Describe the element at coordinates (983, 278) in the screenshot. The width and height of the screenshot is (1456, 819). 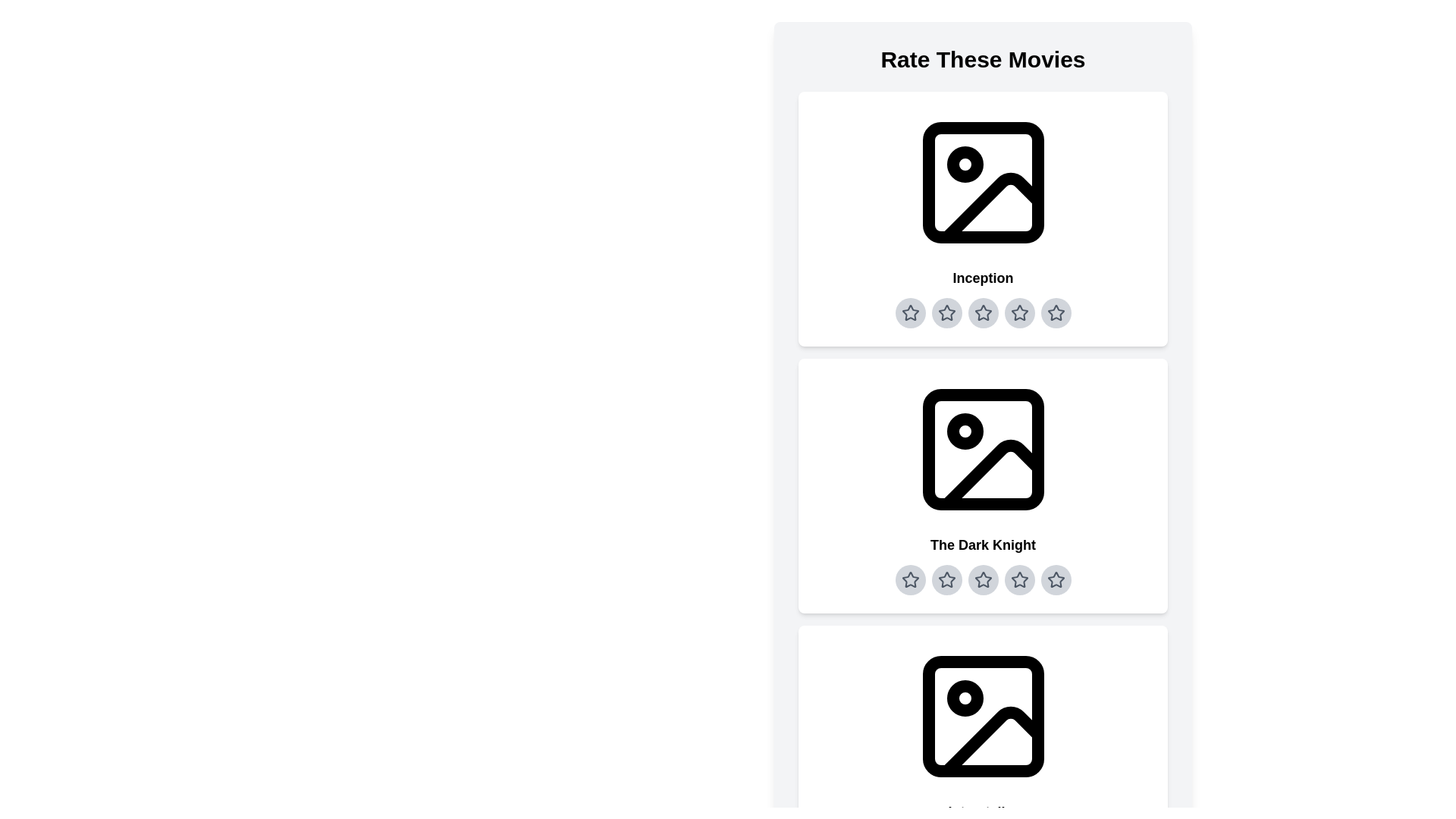
I see `the title of the movie Inception` at that location.